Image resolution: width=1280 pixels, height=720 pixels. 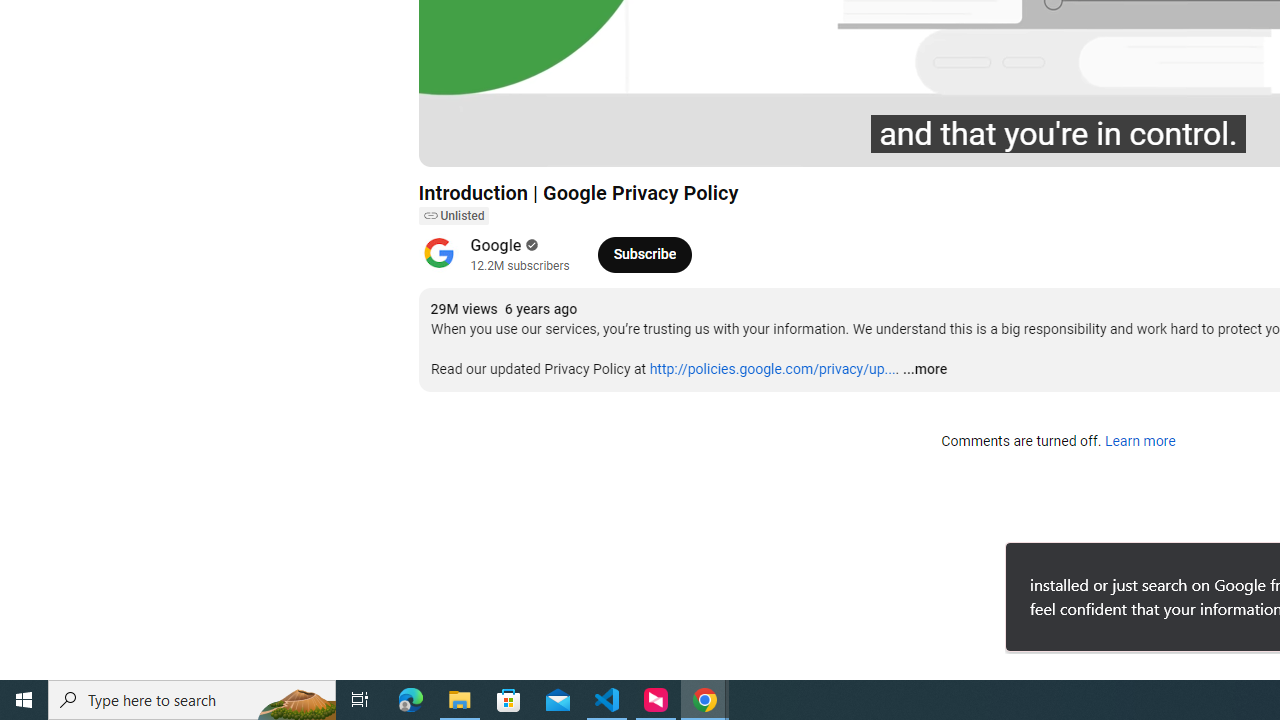 I want to click on 'Unlisted', so click(x=452, y=216).